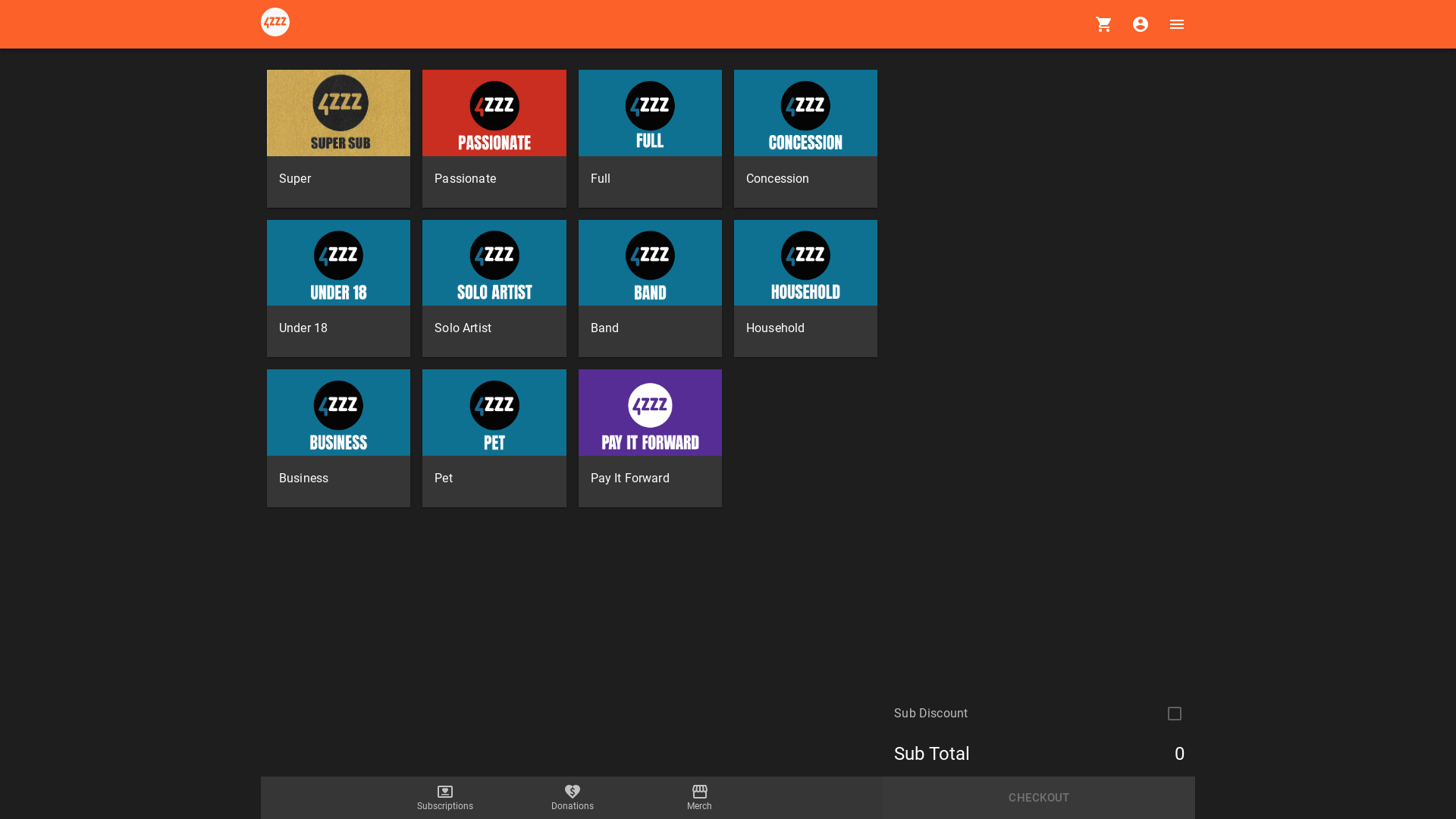 The image size is (1456, 819). Describe the element at coordinates (494, 438) in the screenshot. I see `'Pet'` at that location.